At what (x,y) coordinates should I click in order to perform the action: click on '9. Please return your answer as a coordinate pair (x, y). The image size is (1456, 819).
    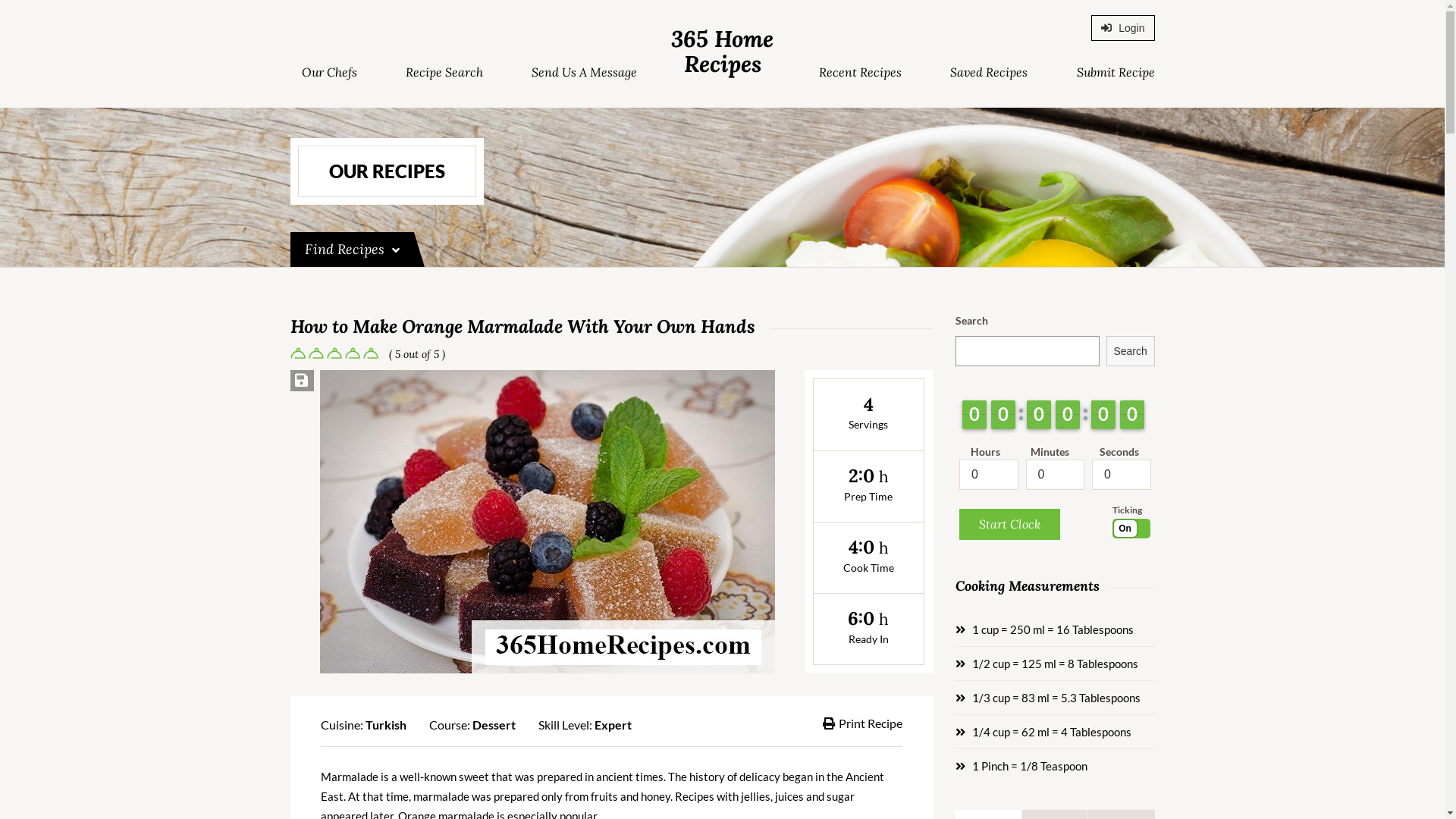
    Looking at the image, I should click on (1037, 415).